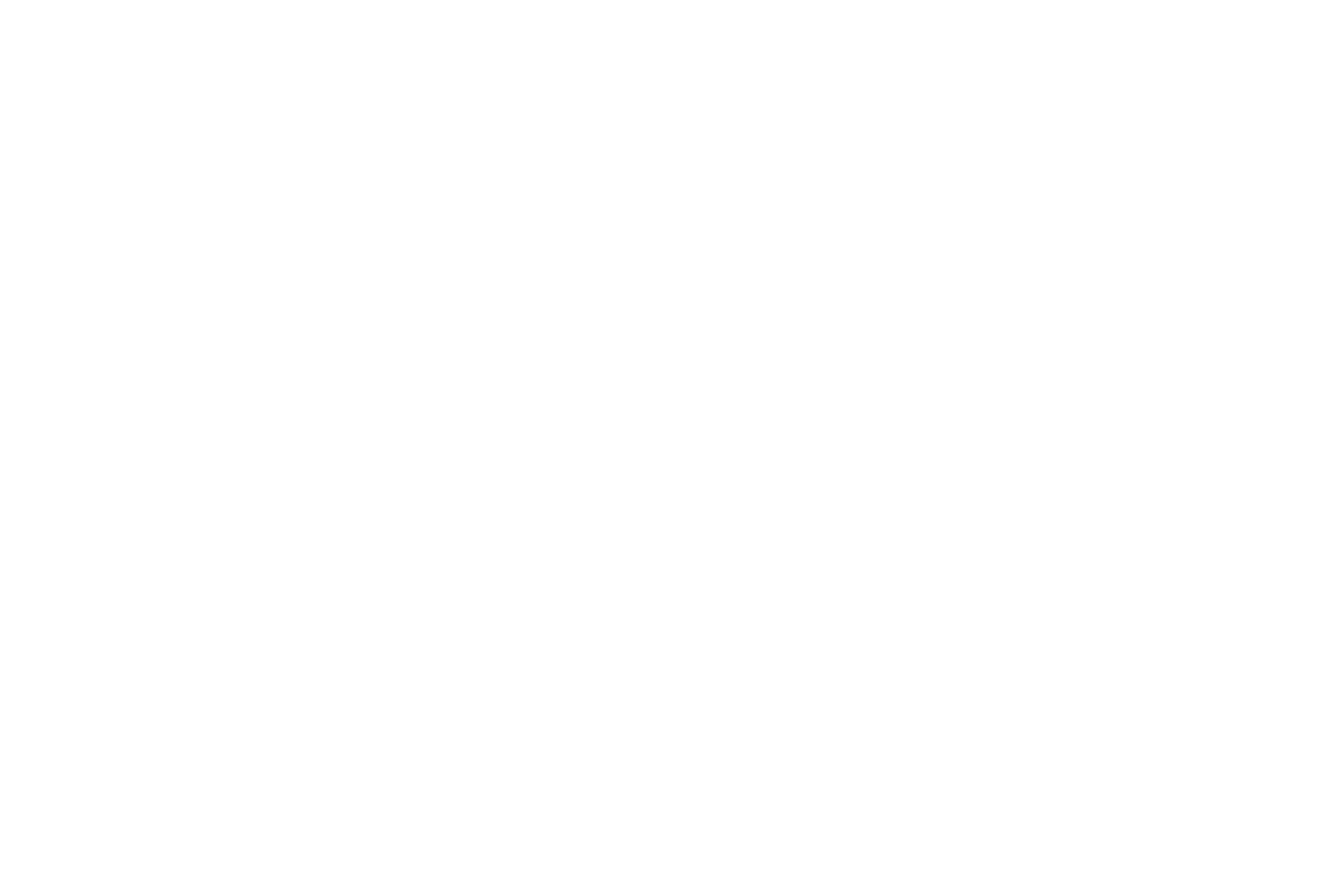 This screenshot has width=1319, height=896. What do you see at coordinates (348, 724) in the screenshot?
I see `'About Future'` at bounding box center [348, 724].